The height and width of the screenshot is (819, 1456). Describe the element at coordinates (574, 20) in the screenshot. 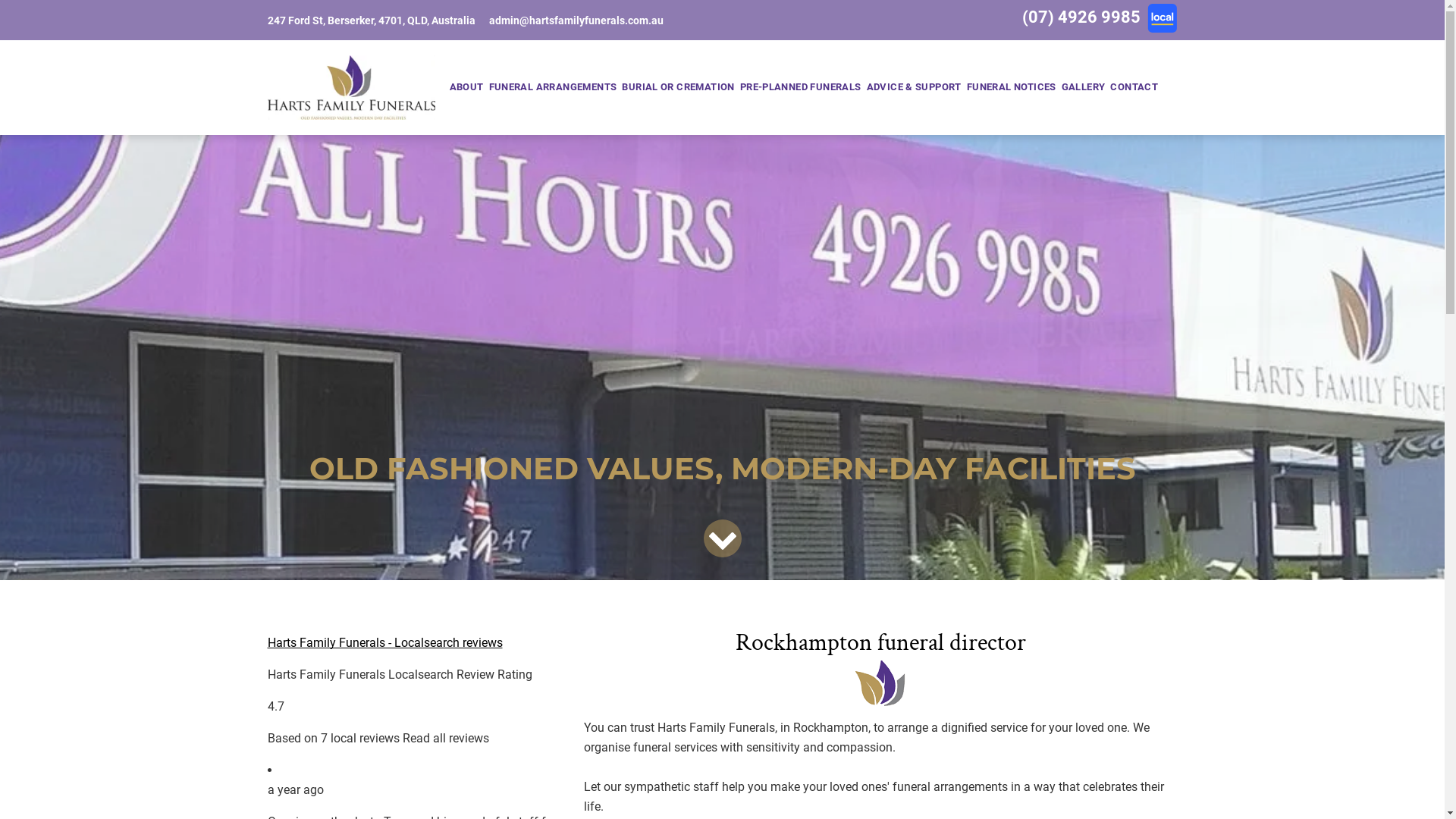

I see `'admin@hartsfamilyfunerals.com.au'` at that location.